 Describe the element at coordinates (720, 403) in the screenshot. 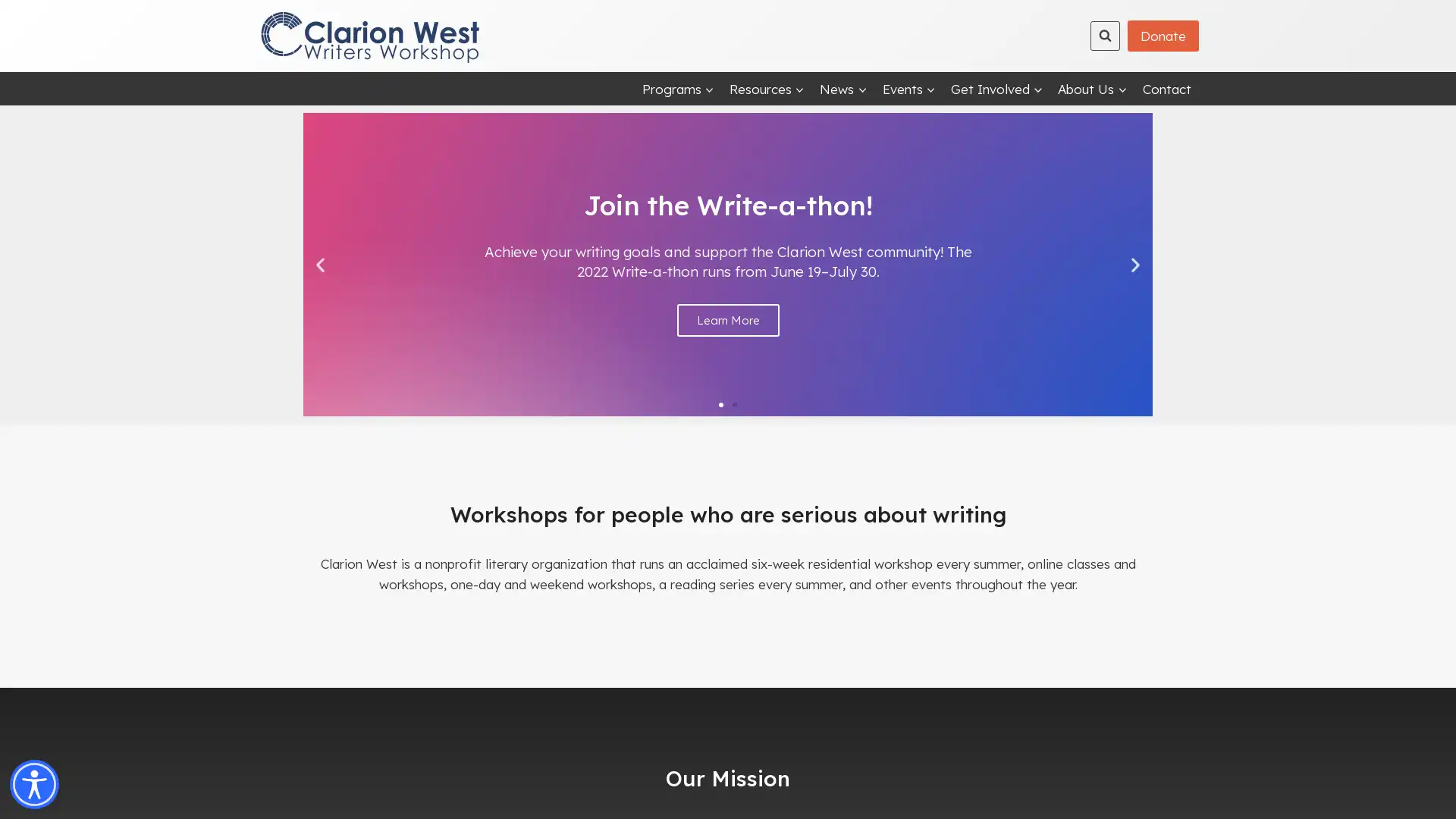

I see `Go to slide 1` at that location.